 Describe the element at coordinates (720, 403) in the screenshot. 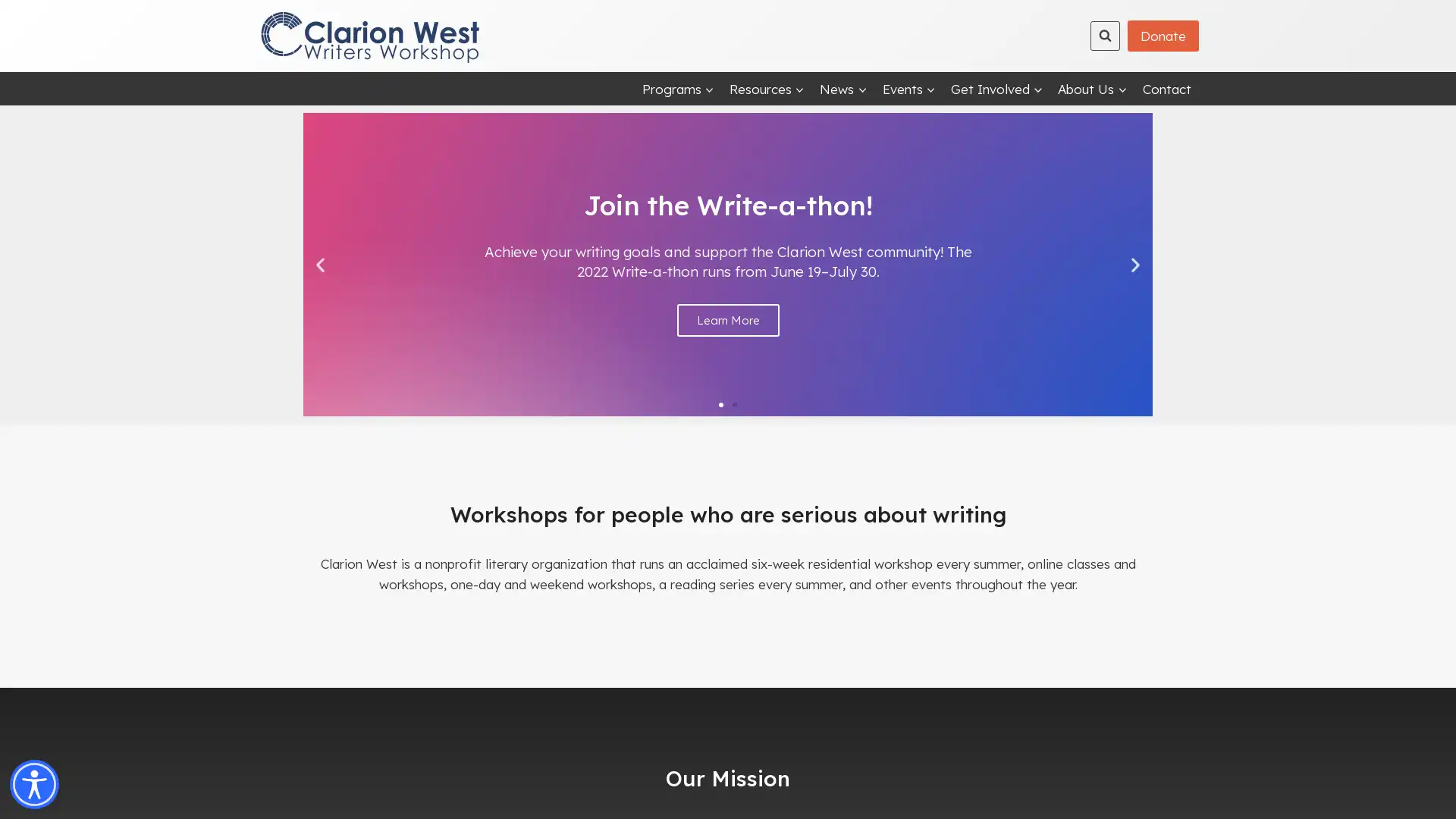

I see `Go to slide 1` at that location.